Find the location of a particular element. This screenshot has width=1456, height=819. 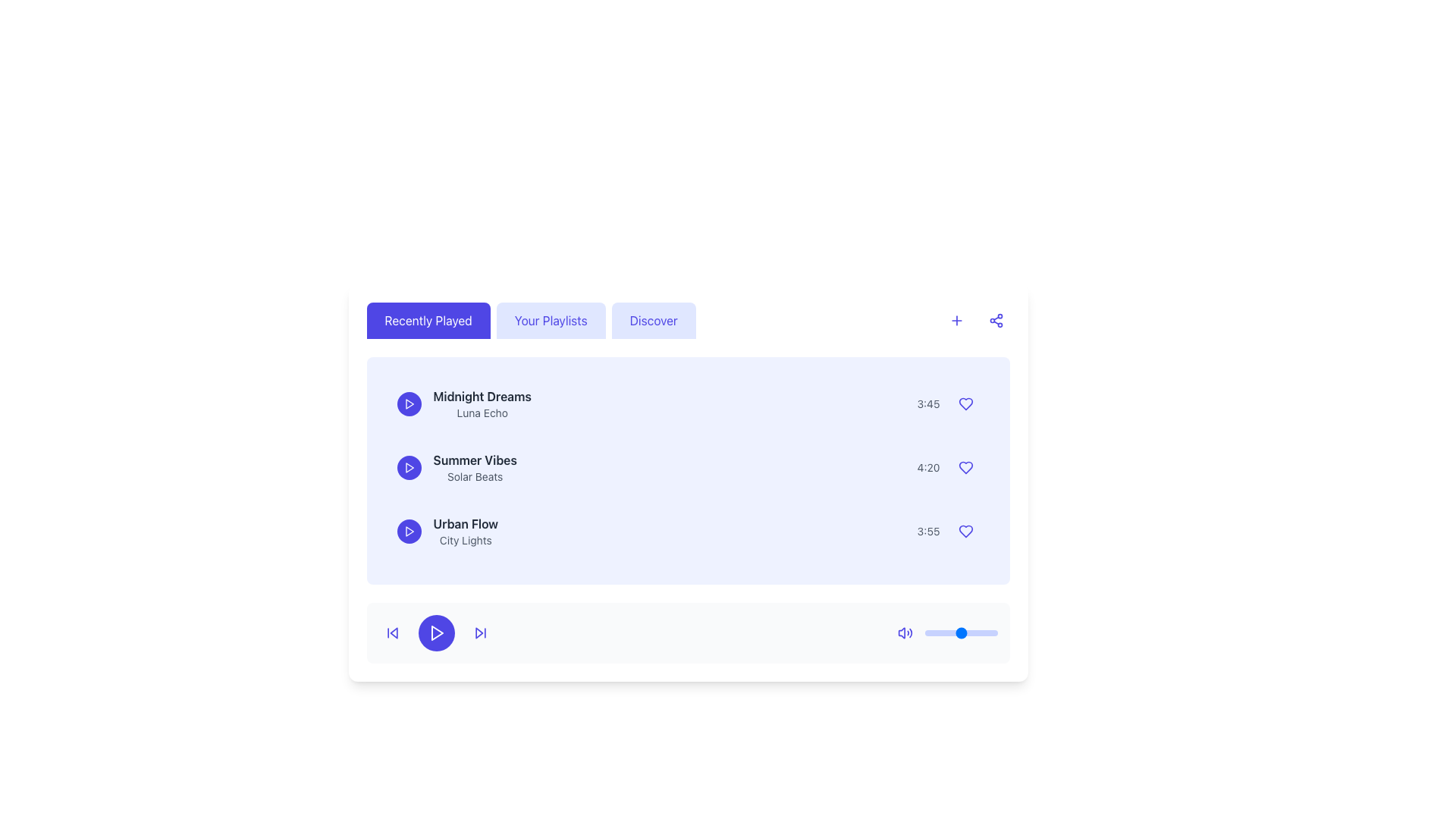

the button that allows users is located at coordinates (550, 320).